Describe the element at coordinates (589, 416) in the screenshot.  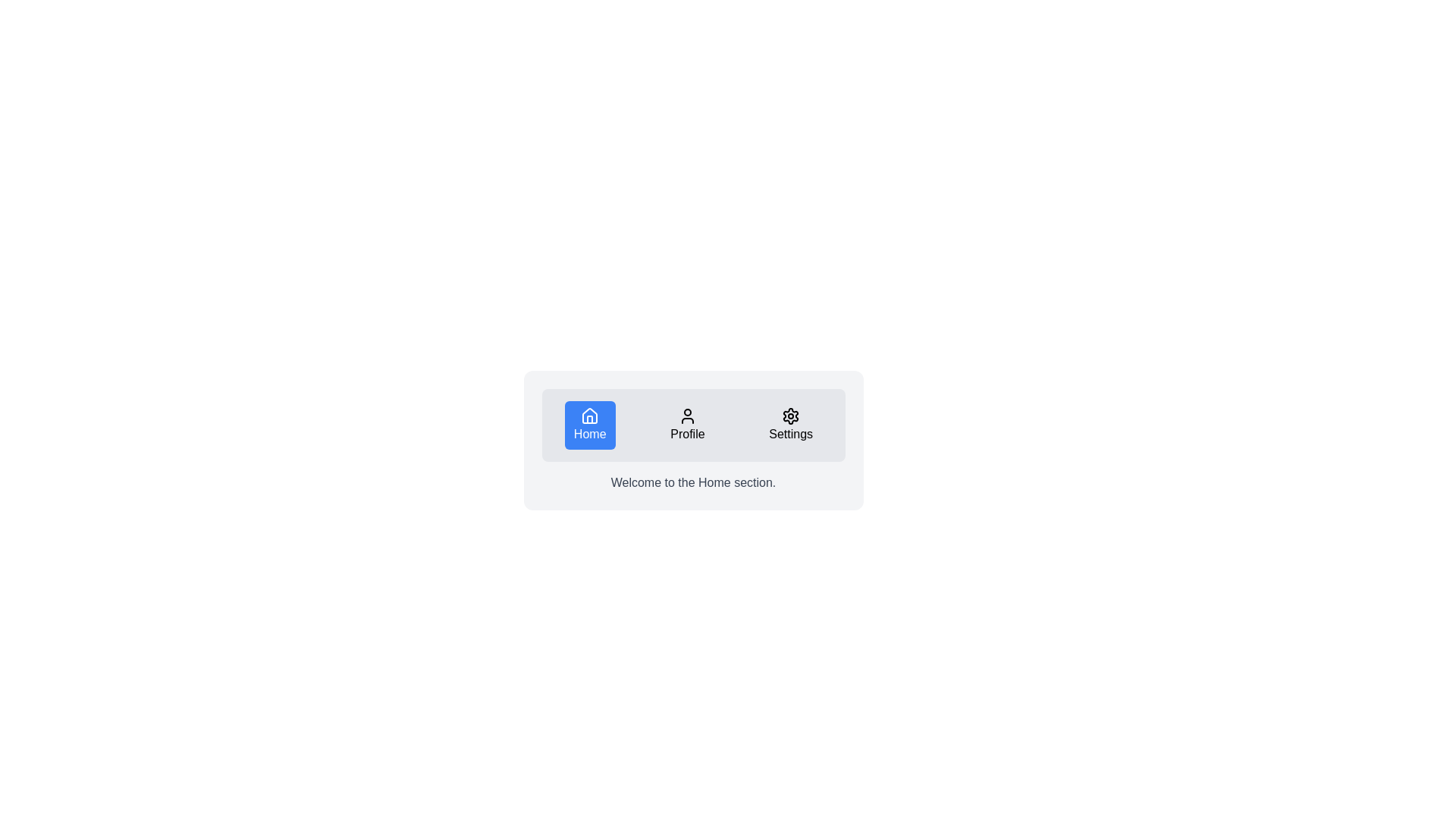
I see `the 'Home' icon in the navigation bar` at that location.